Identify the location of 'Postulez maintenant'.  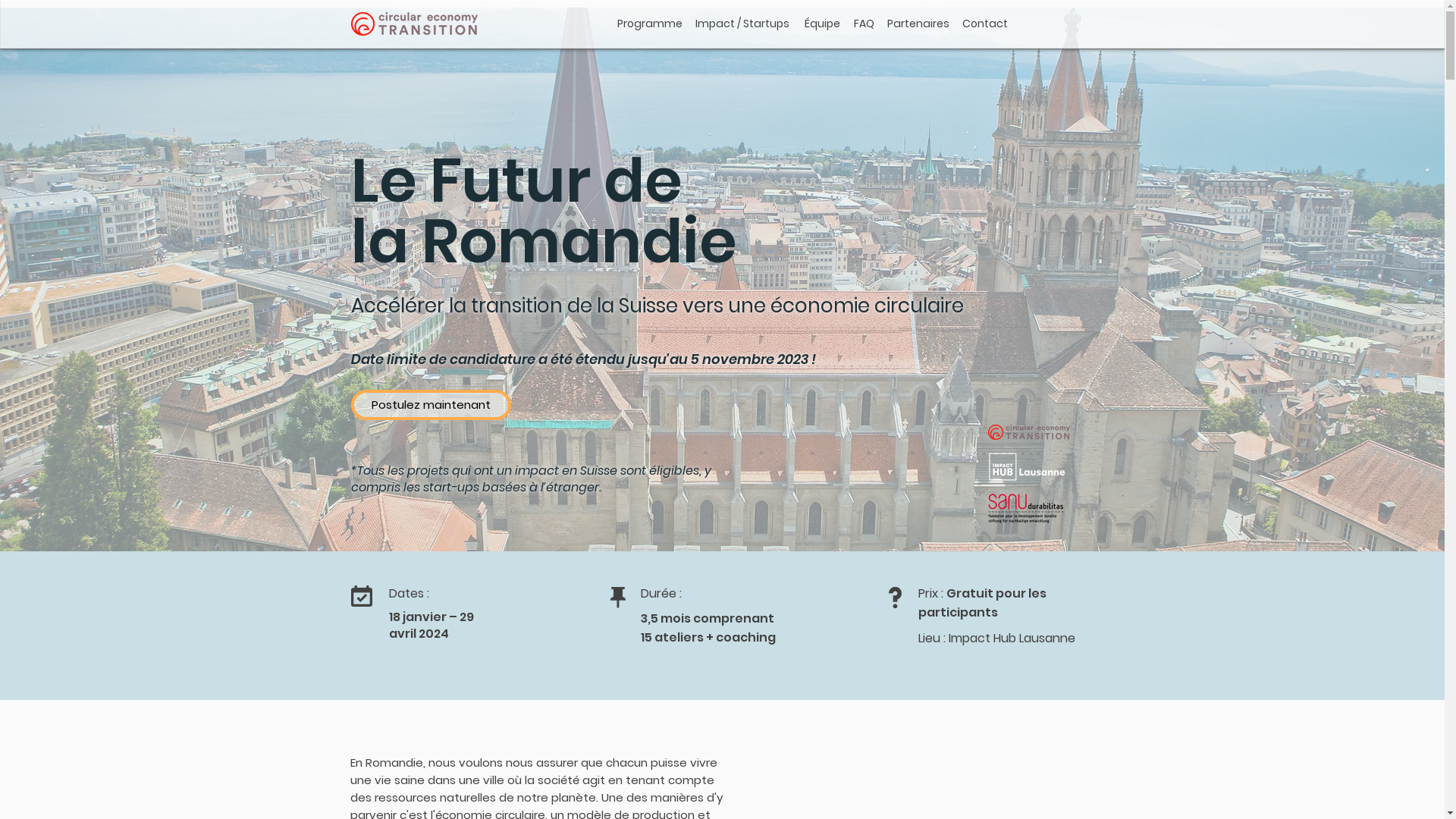
(429, 403).